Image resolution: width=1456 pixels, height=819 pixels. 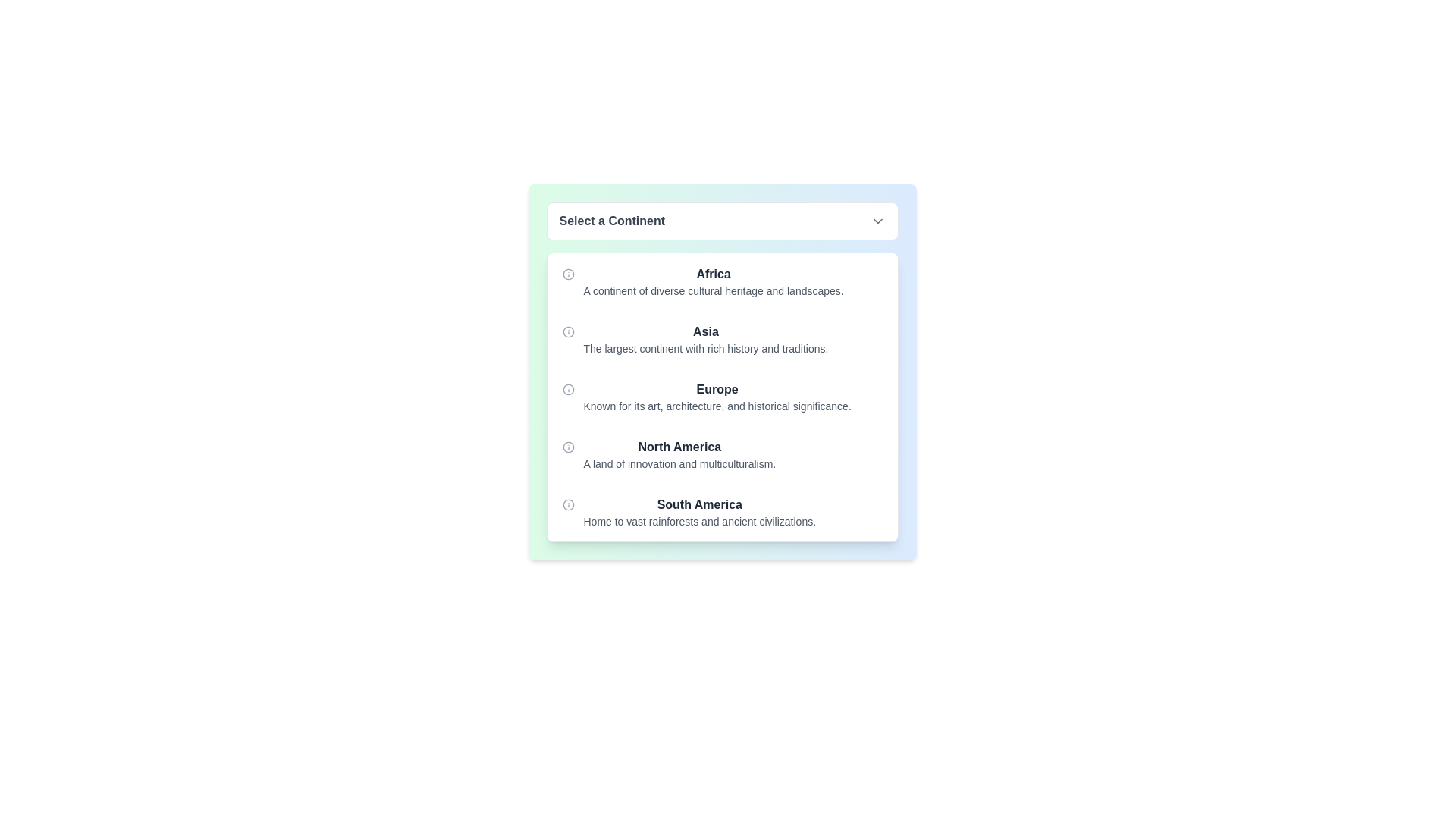 I want to click on the third item in the 'Select a Continent' list, so click(x=721, y=397).